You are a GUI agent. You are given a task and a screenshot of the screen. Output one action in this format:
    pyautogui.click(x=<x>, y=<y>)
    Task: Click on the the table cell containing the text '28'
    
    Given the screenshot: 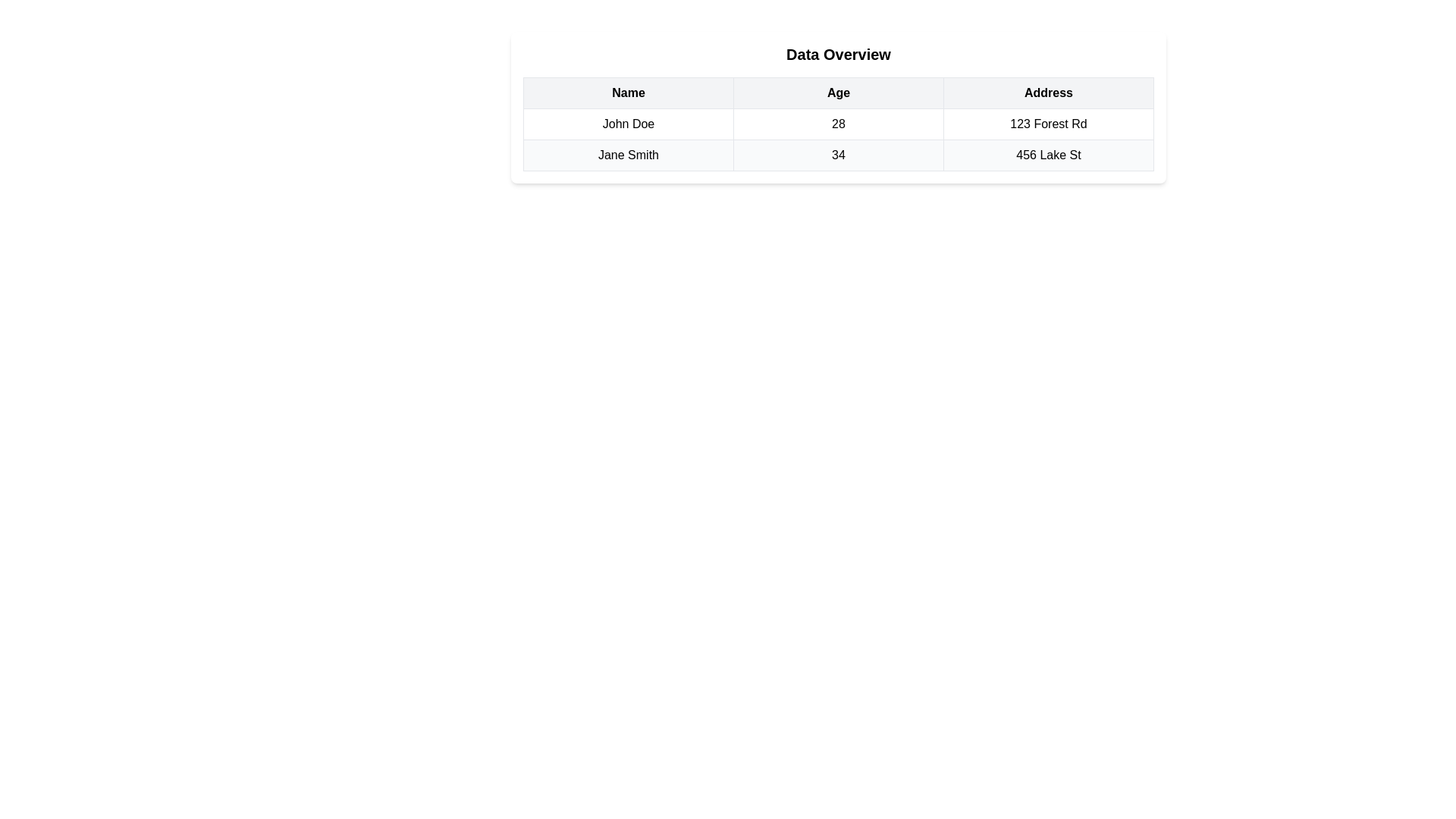 What is the action you would take?
    pyautogui.click(x=837, y=124)
    